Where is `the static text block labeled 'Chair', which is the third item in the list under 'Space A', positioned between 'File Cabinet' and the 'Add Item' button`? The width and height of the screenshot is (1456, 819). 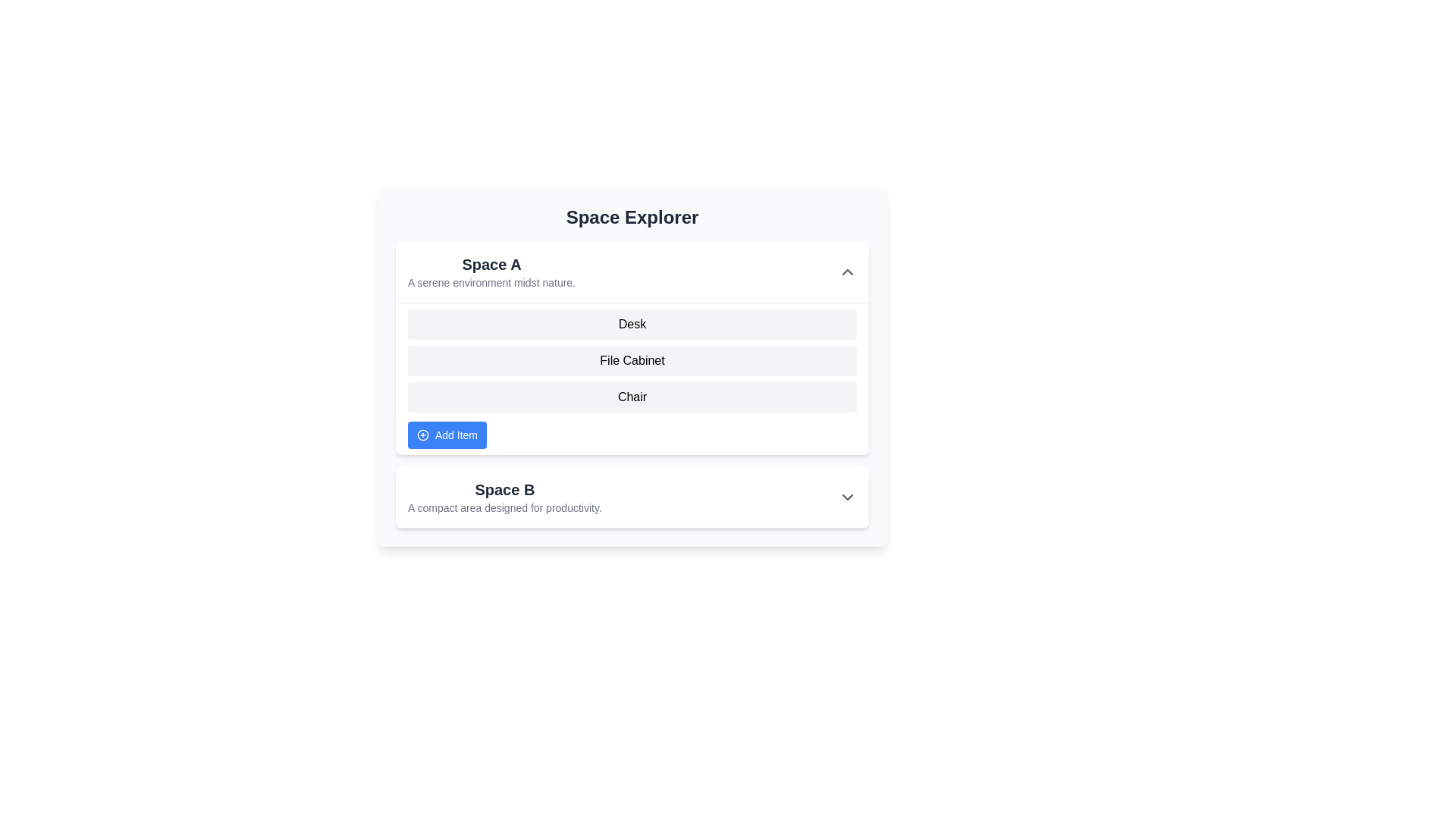
the static text block labeled 'Chair', which is the third item in the list under 'Space A', positioned between 'File Cabinet' and the 'Add Item' button is located at coordinates (632, 397).